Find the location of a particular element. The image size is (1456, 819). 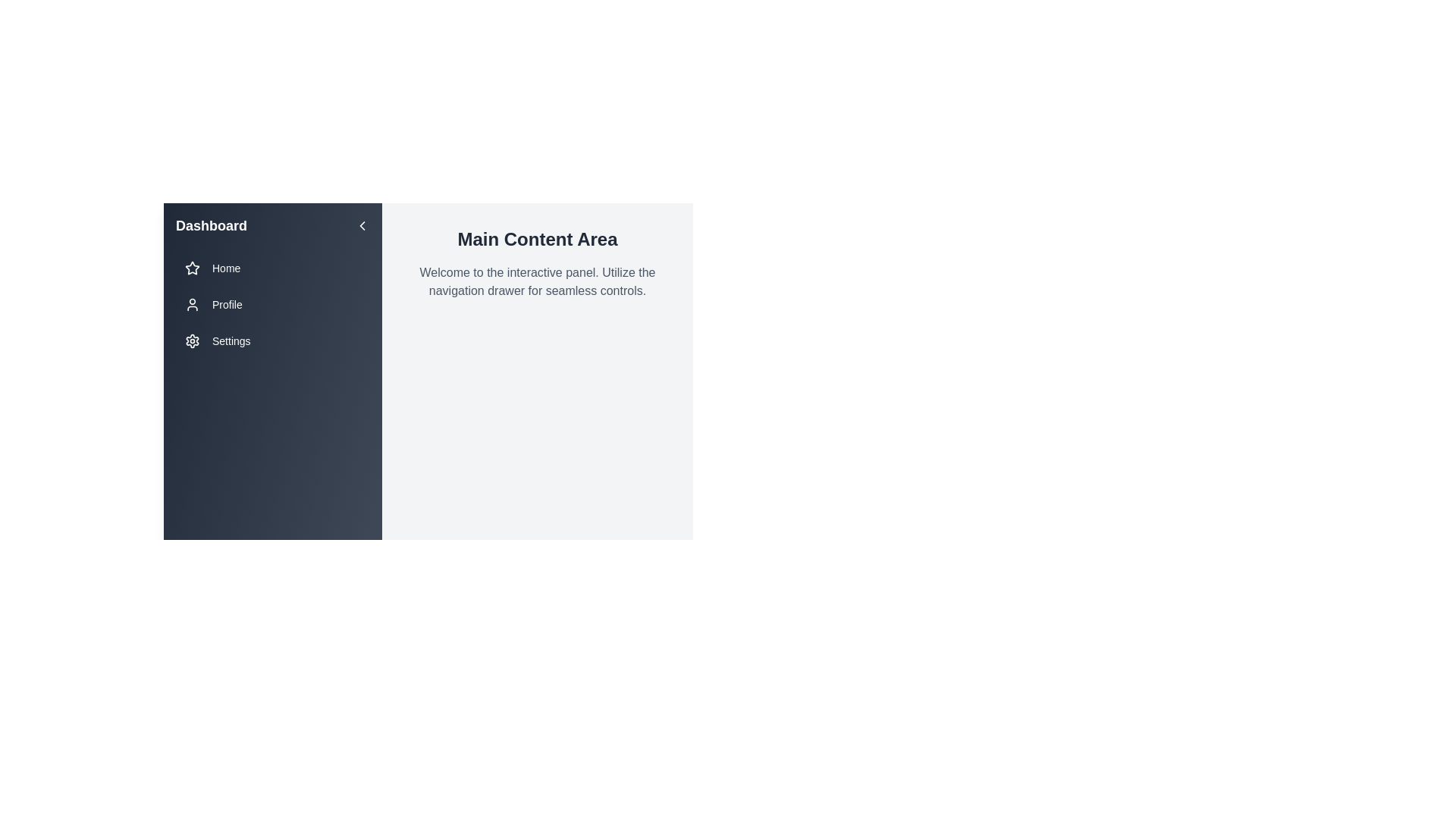

the 'Profile' list item in the left-side navigation bar is located at coordinates (273, 304).